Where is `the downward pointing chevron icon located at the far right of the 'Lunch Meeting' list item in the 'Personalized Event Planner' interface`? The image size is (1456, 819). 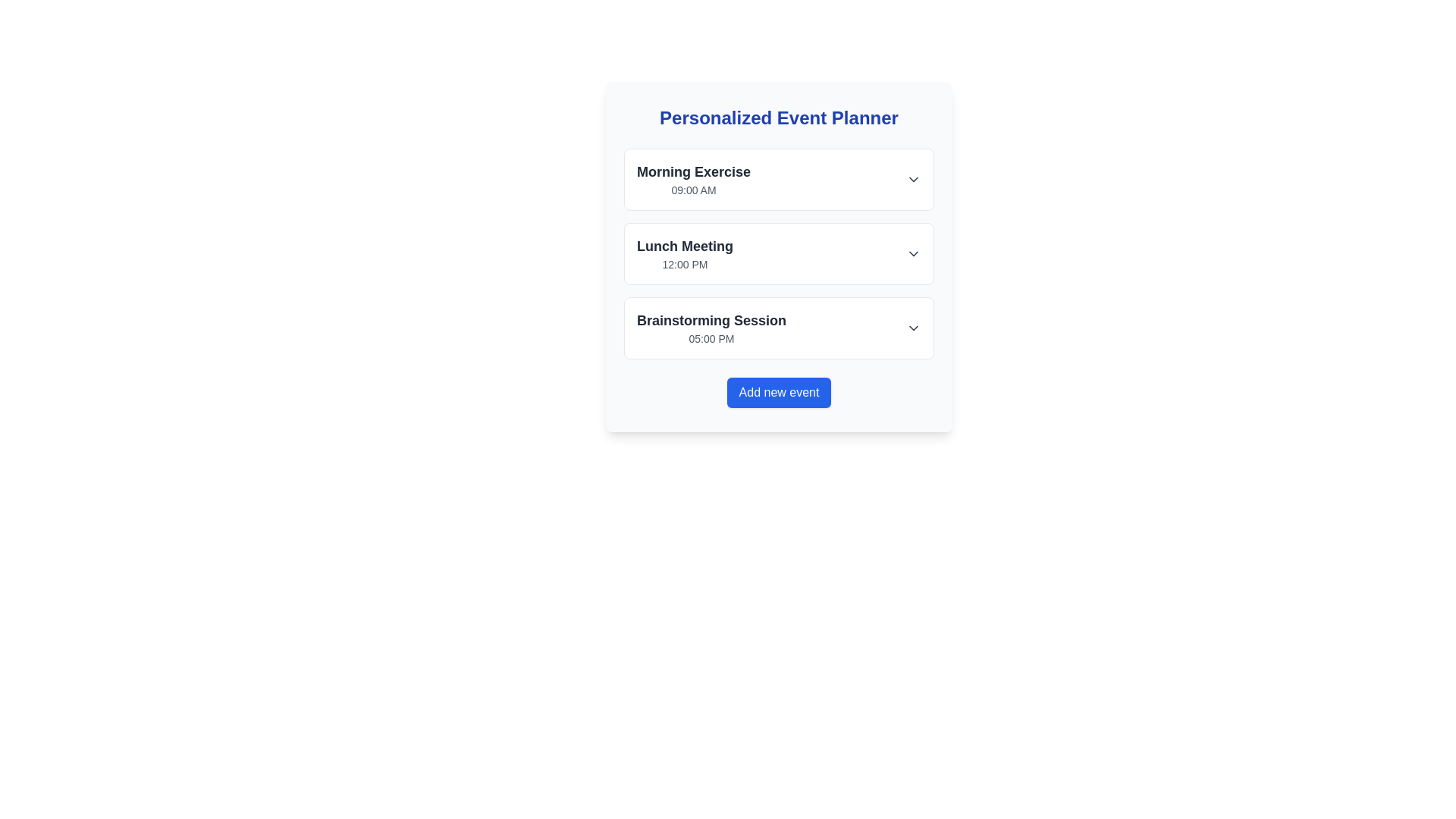 the downward pointing chevron icon located at the far right of the 'Lunch Meeting' list item in the 'Personalized Event Planner' interface is located at coordinates (912, 253).